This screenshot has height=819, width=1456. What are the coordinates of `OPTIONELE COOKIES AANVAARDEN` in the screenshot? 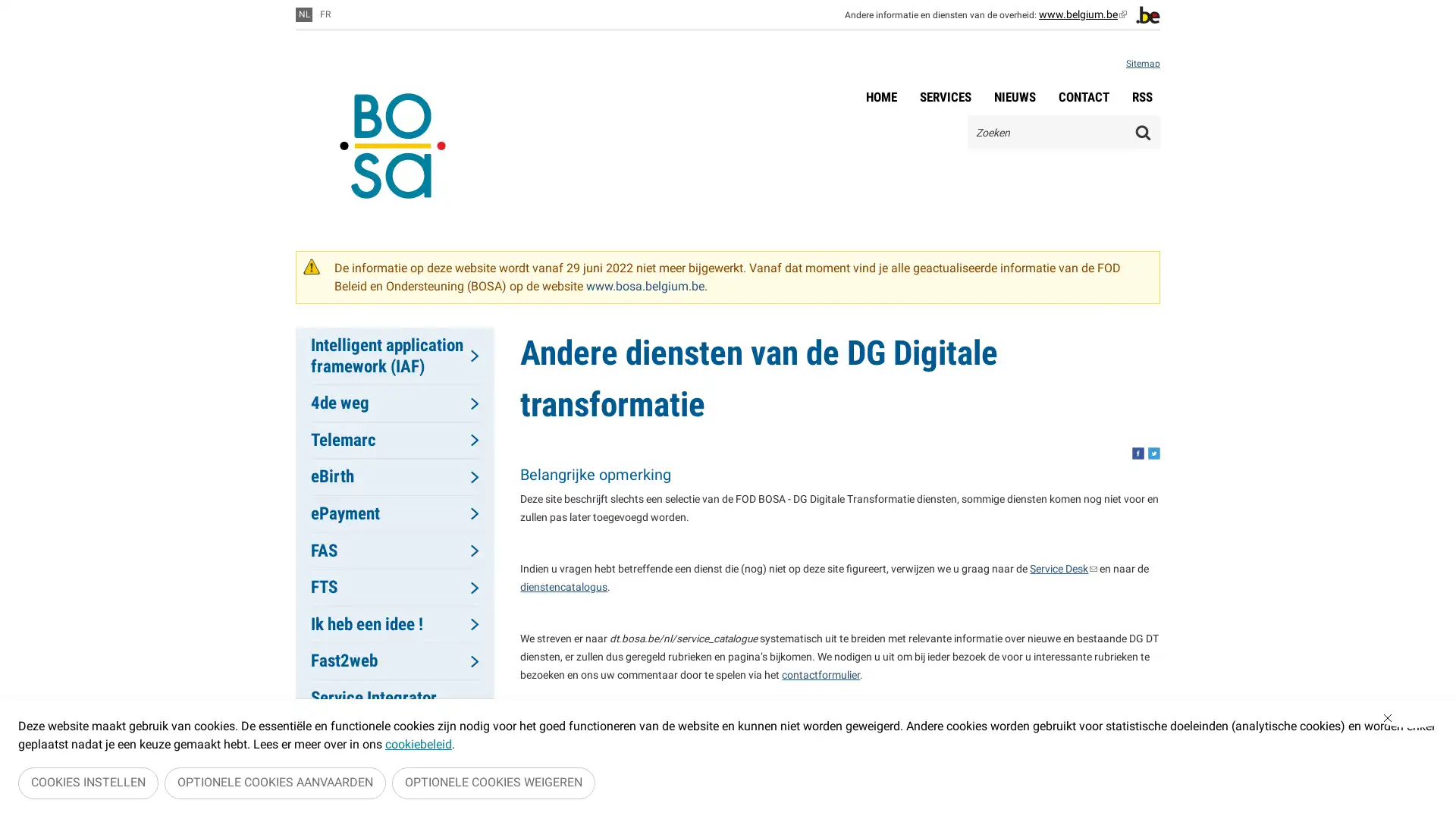 It's located at (275, 784).